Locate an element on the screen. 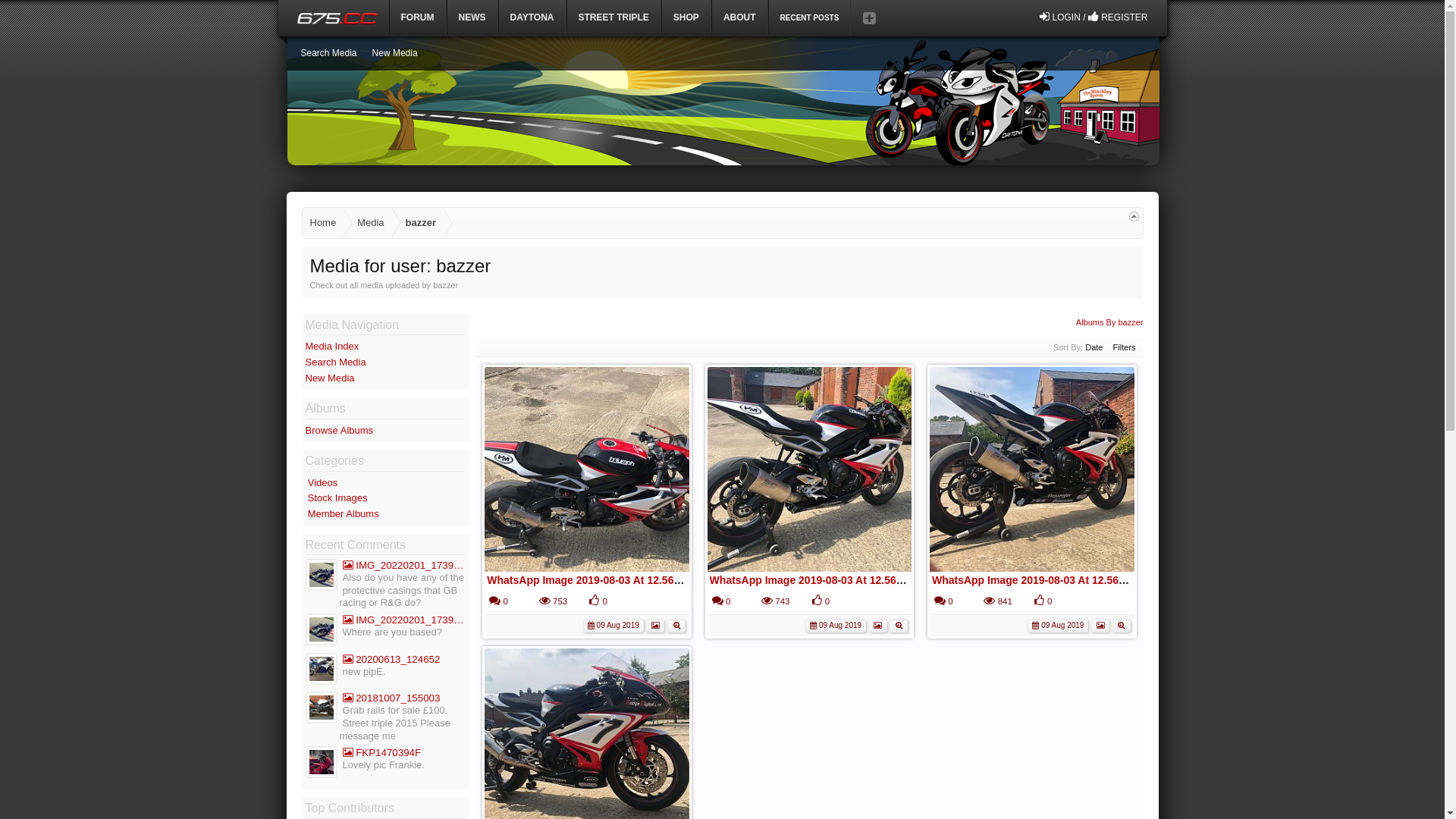 Image resolution: width=1456 pixels, height=819 pixels. 'Media Index' is located at coordinates (331, 346).